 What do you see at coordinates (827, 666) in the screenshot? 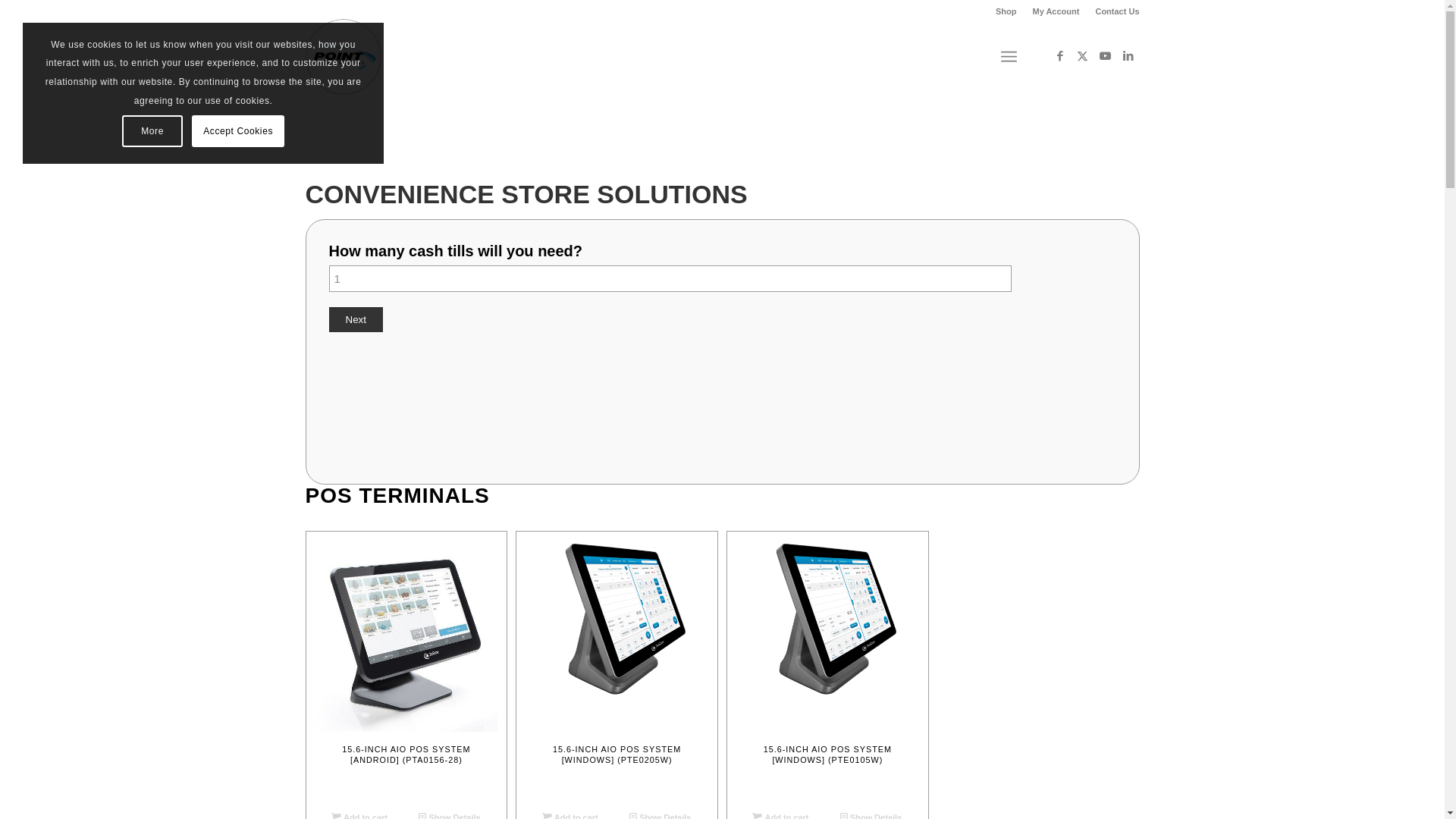
I see `'15.6-INCH AIO POS SYSTEM [WINDOWS] (PTE0105W)'` at bounding box center [827, 666].